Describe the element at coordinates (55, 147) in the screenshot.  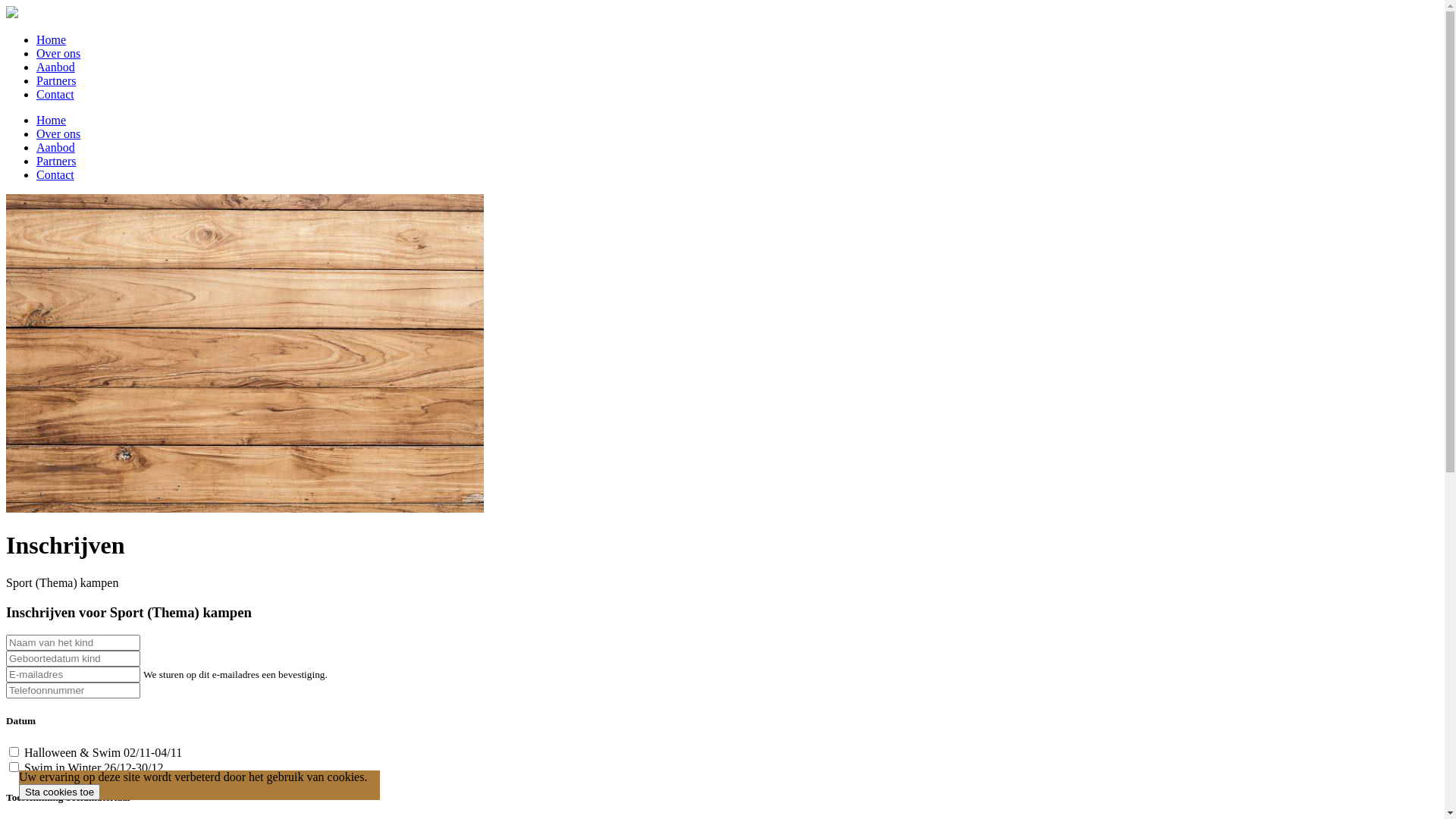
I see `'Aanbod'` at that location.